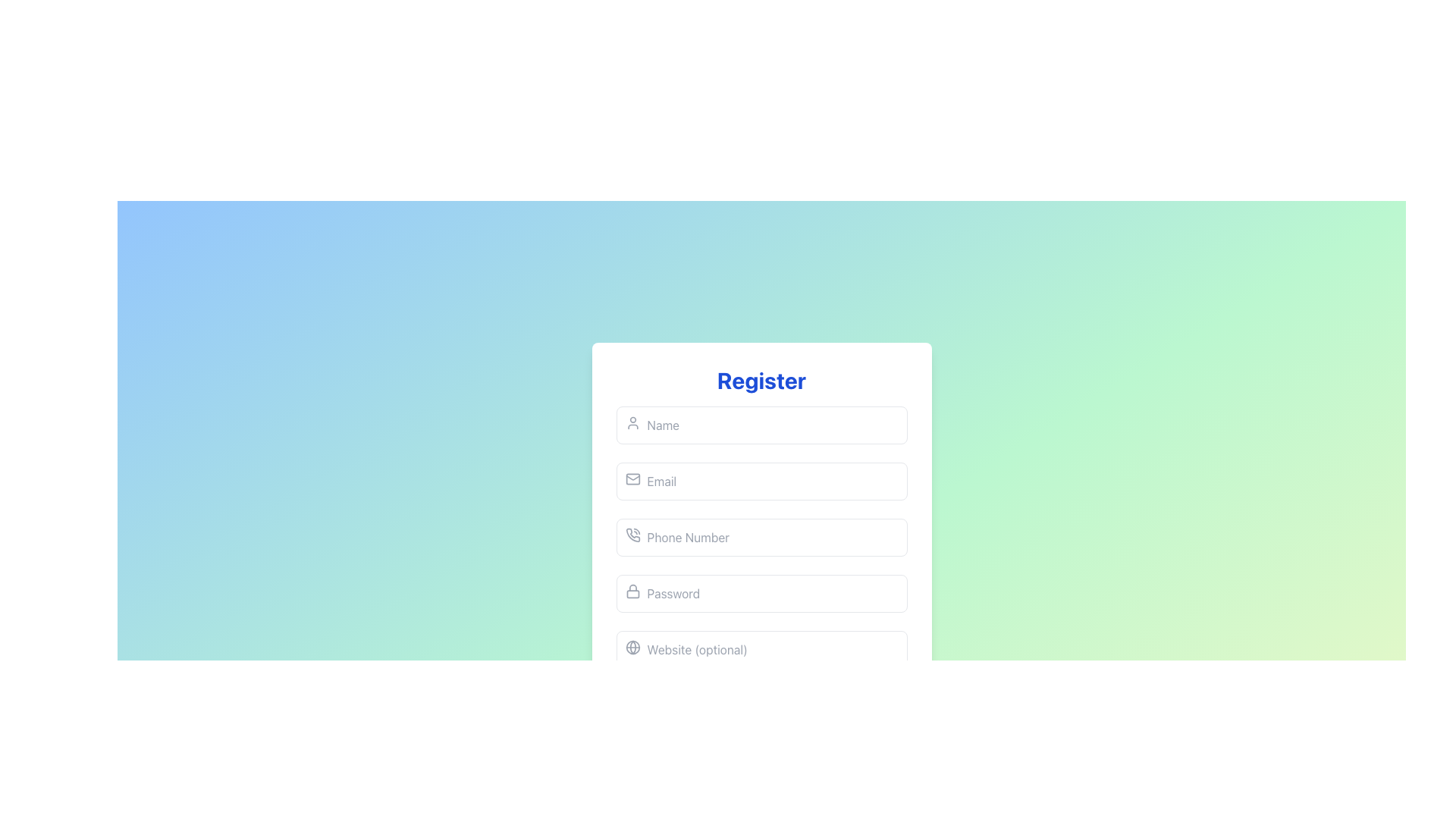  I want to click on the security icon that indicates the password entry field, located at the top-left corner of the password input field in the fourth position of the input list, so click(632, 590).